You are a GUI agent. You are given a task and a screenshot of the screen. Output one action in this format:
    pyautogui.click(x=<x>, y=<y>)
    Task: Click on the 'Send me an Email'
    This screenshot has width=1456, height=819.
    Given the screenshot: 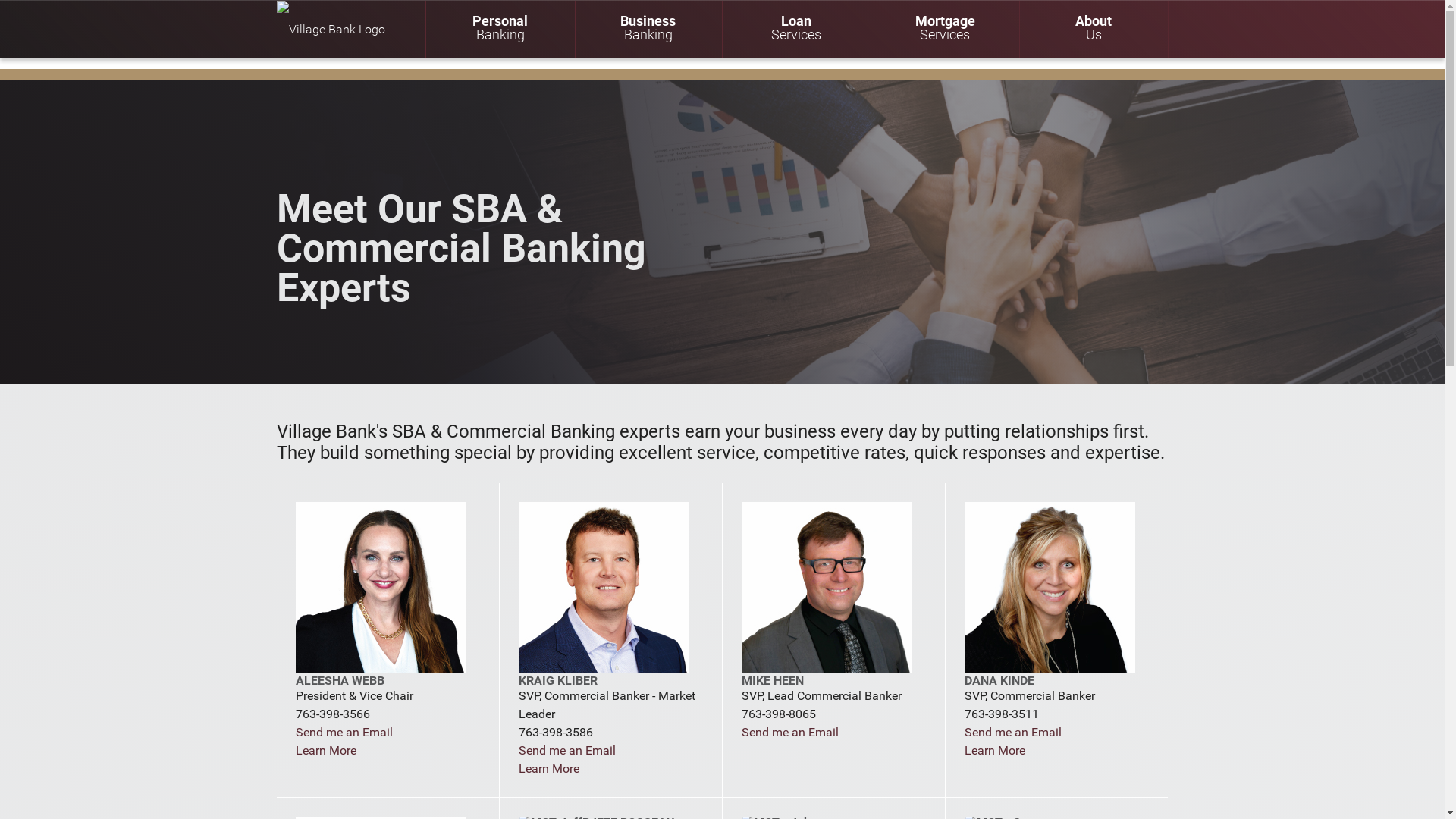 What is the action you would take?
    pyautogui.click(x=344, y=731)
    